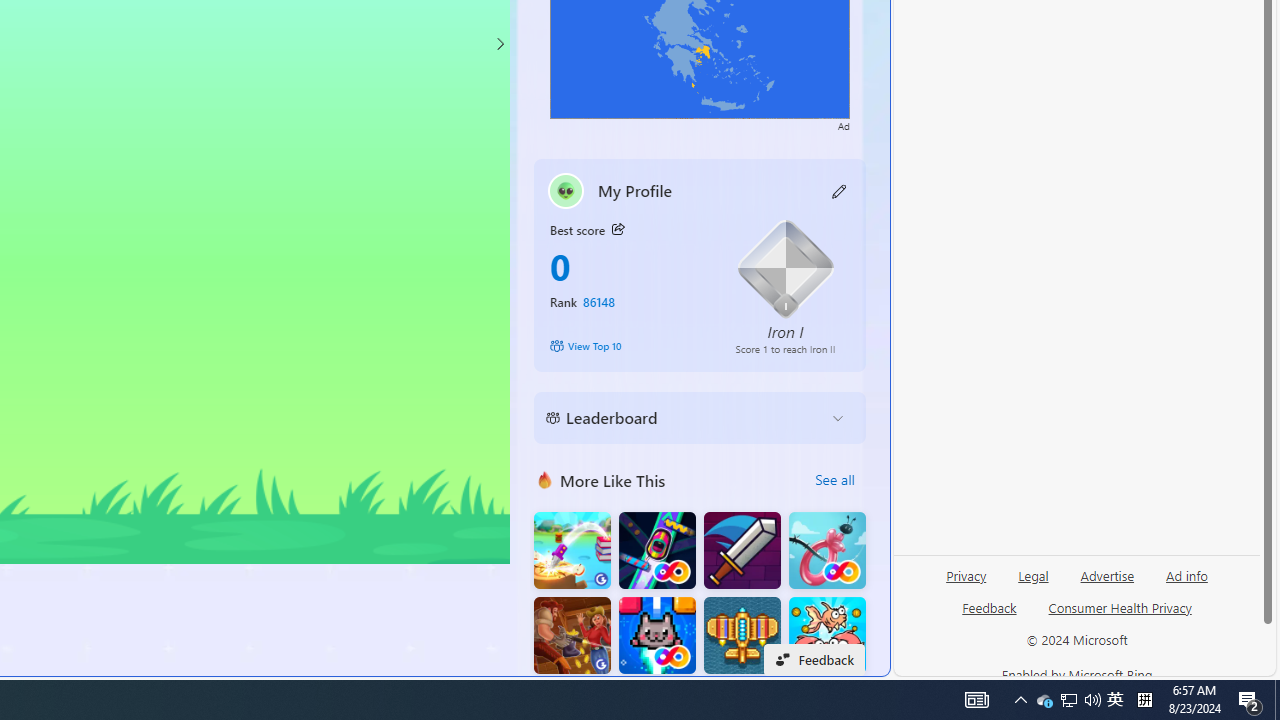  What do you see at coordinates (564, 190) in the screenshot?
I see `'""'` at bounding box center [564, 190].